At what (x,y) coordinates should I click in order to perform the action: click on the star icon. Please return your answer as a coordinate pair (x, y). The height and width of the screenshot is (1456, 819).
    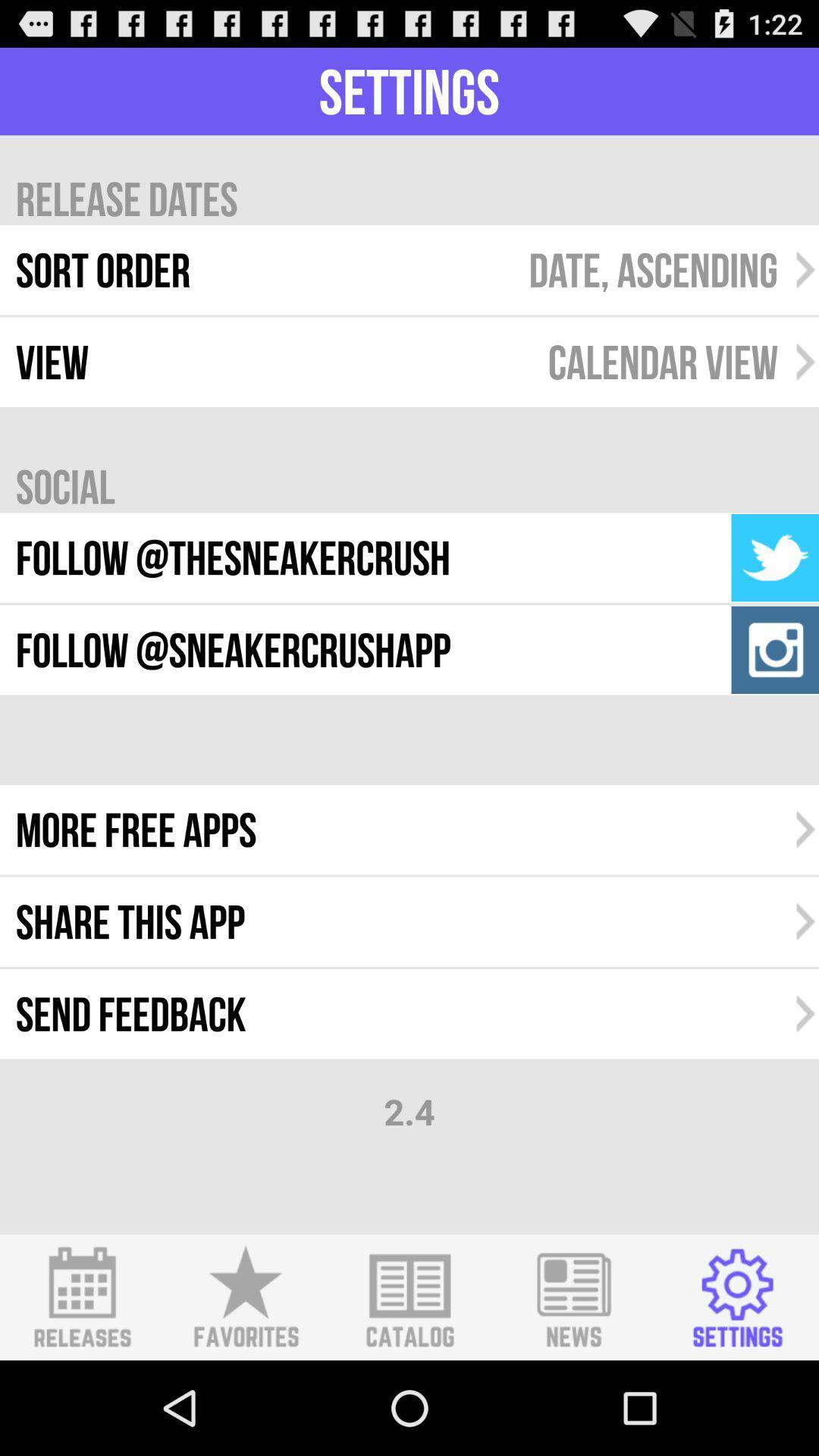
    Looking at the image, I should click on (245, 1389).